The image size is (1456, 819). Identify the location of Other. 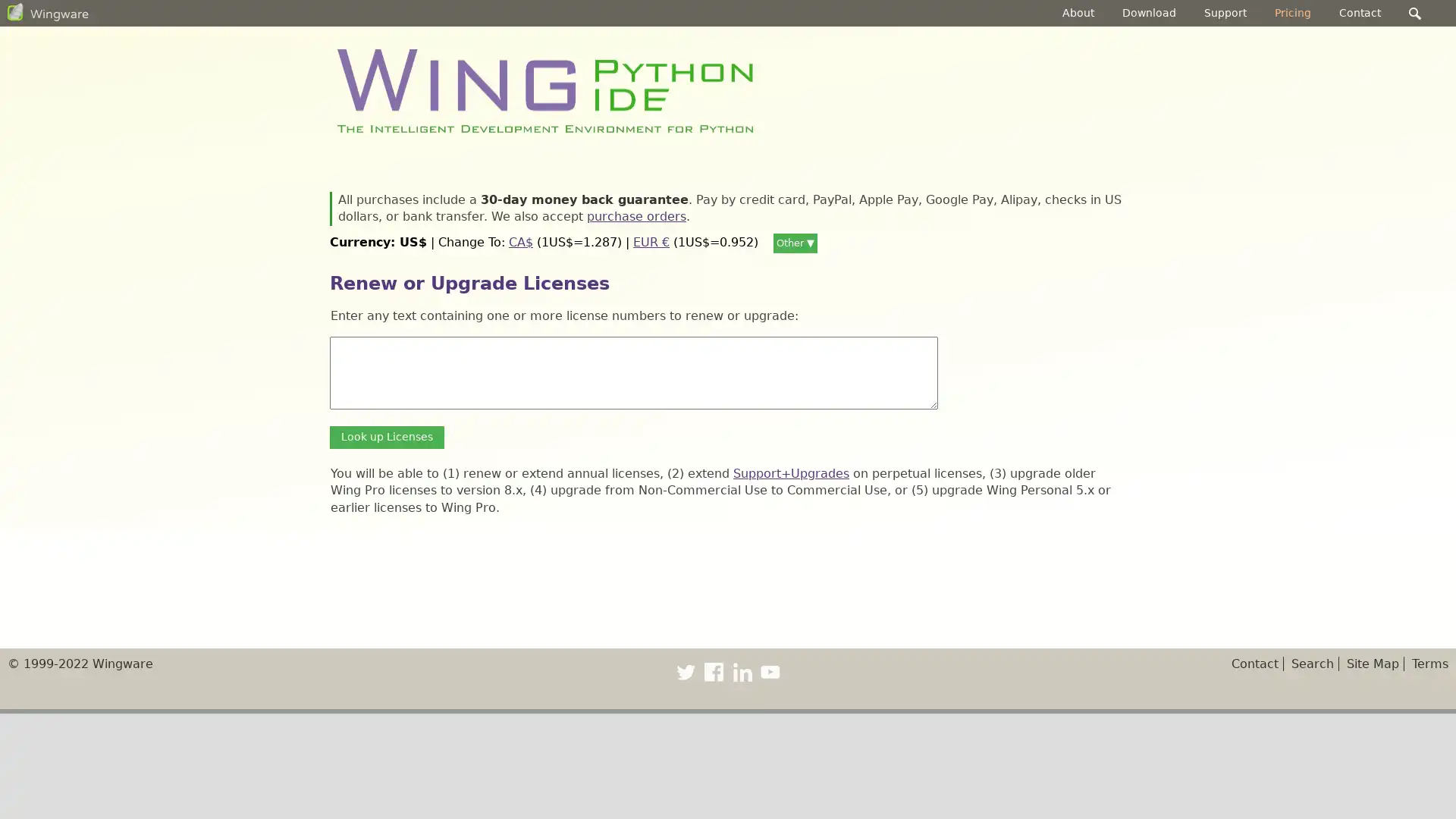
(795, 242).